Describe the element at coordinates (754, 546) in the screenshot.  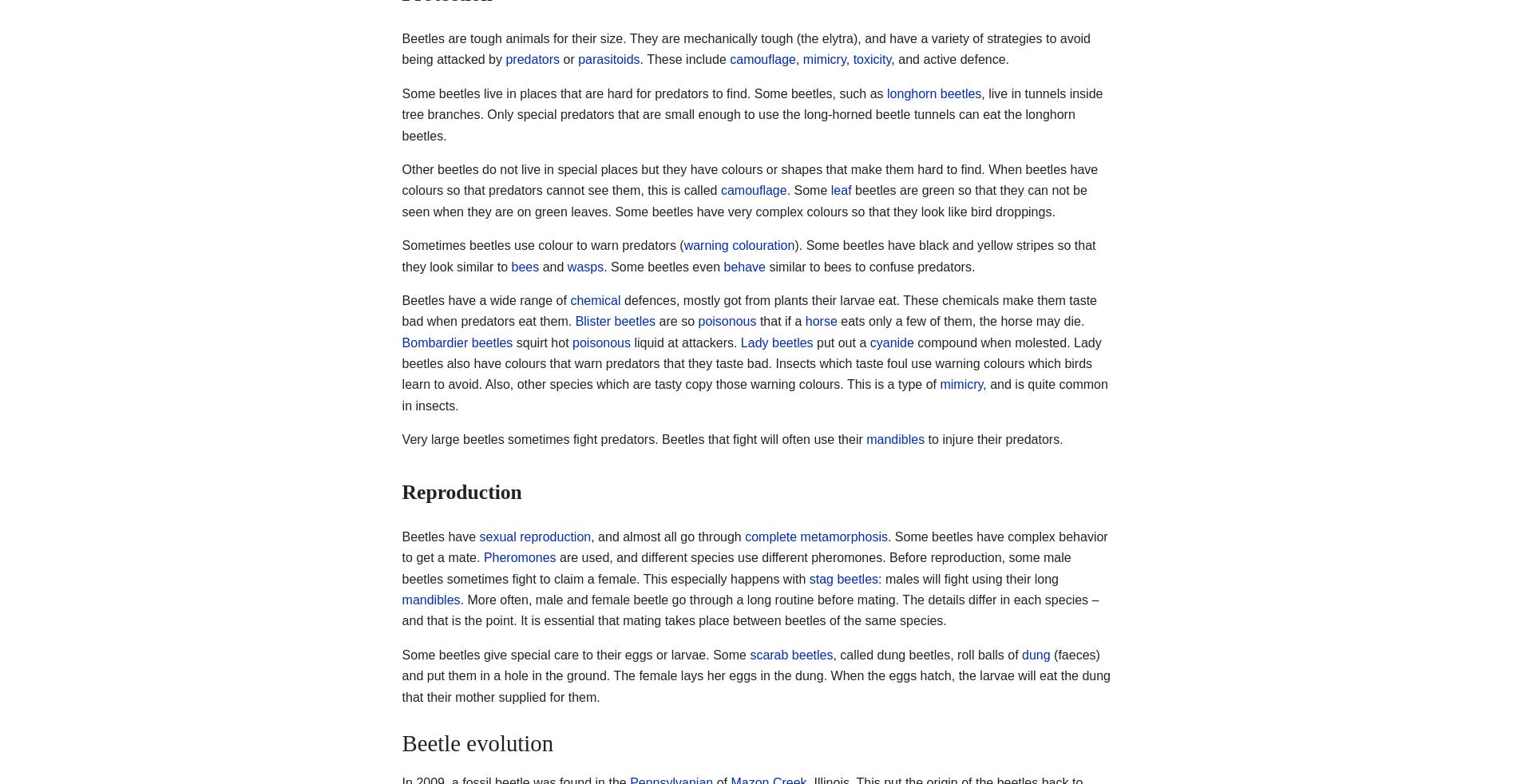
I see `'. Some beetles have complex behavior to get a mate.'` at that location.